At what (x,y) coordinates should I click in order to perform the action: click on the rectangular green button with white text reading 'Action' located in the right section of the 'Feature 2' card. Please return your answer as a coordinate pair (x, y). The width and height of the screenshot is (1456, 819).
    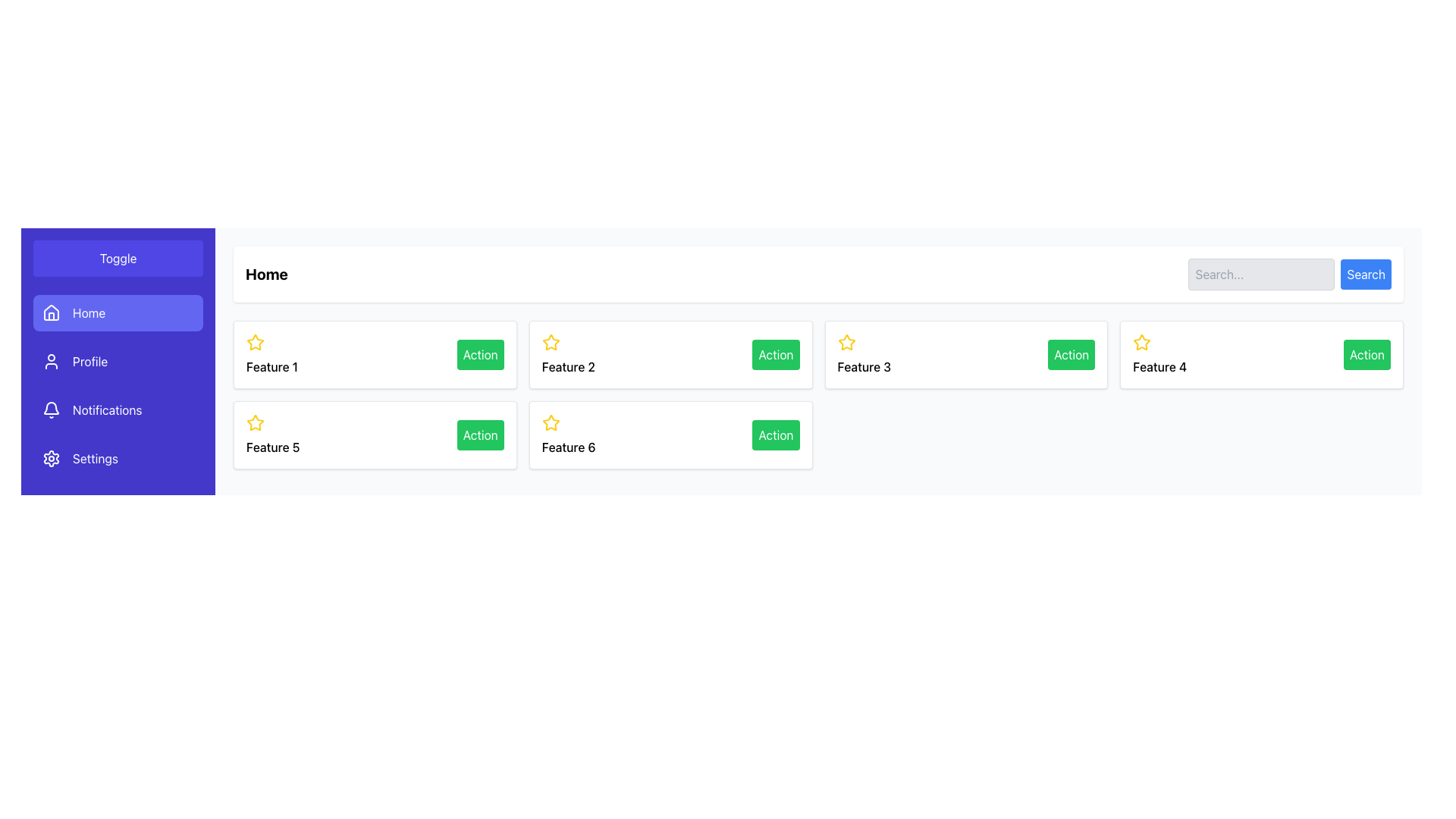
    Looking at the image, I should click on (776, 354).